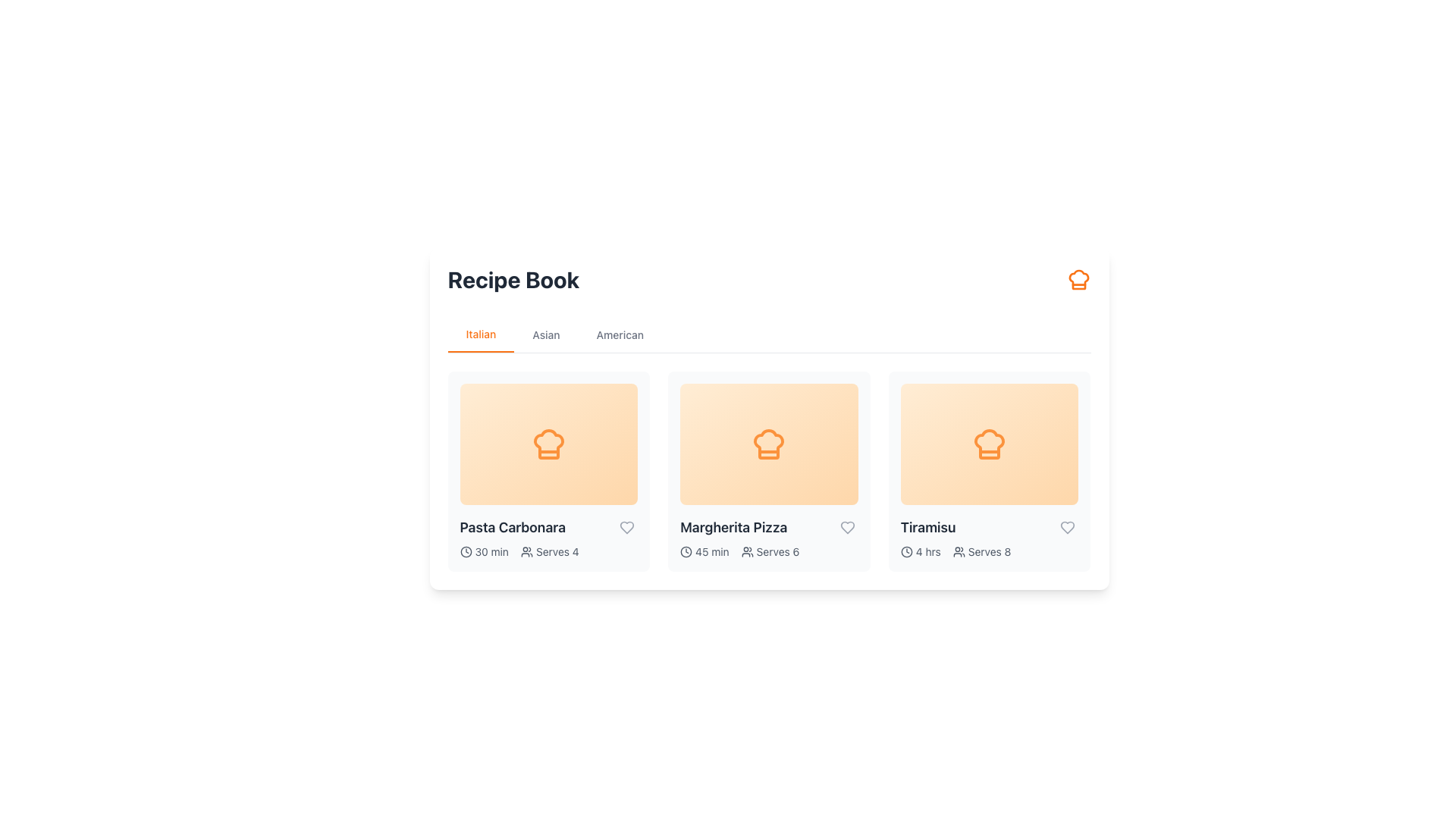 The width and height of the screenshot is (1456, 819). Describe the element at coordinates (1078, 280) in the screenshot. I see `the graphic shape representing part of the chef hat icon located at the top-center of the 'Tiramisu' card in the food items section` at that location.